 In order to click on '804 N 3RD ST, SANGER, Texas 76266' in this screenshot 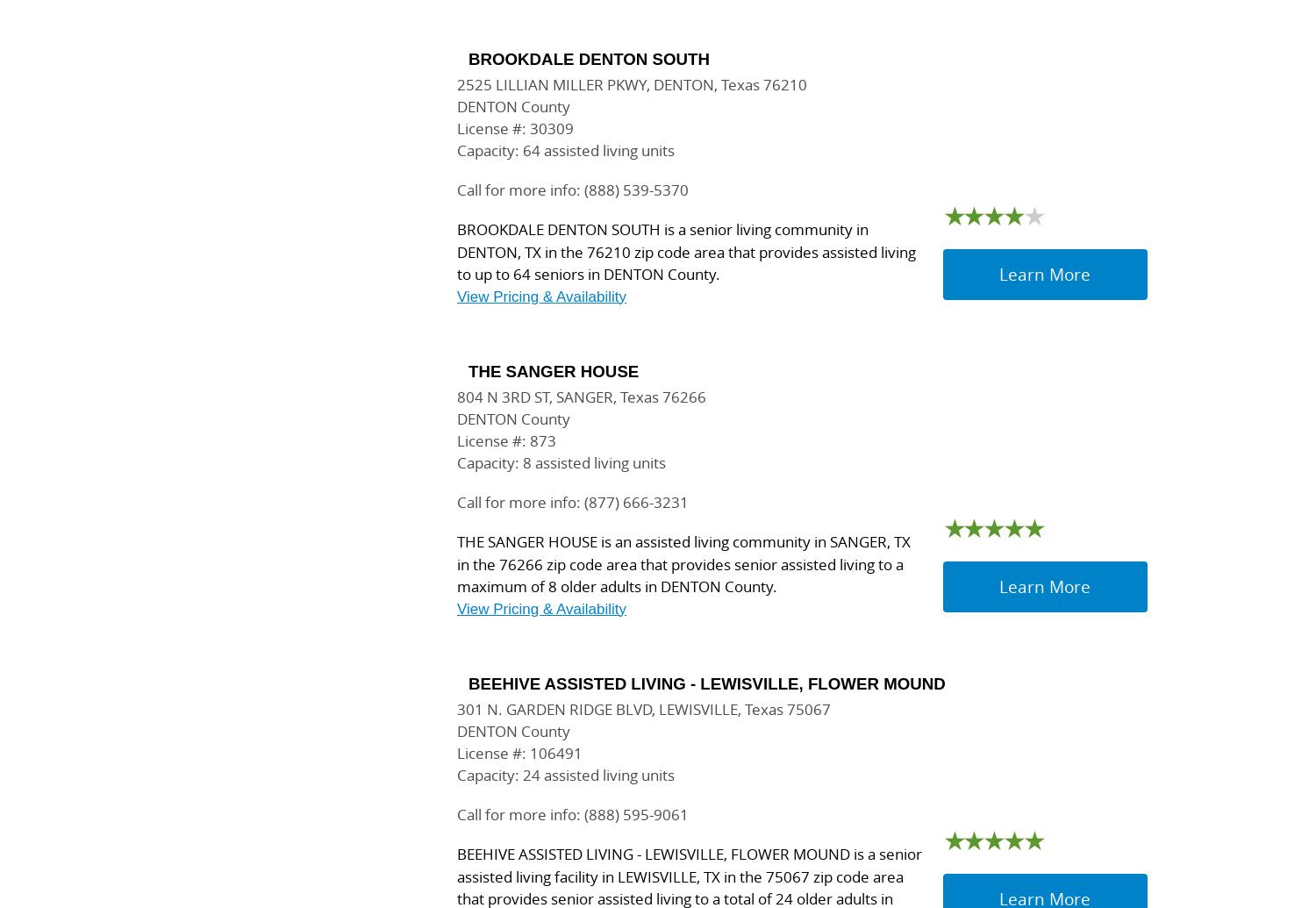, I will do `click(582, 397)`.